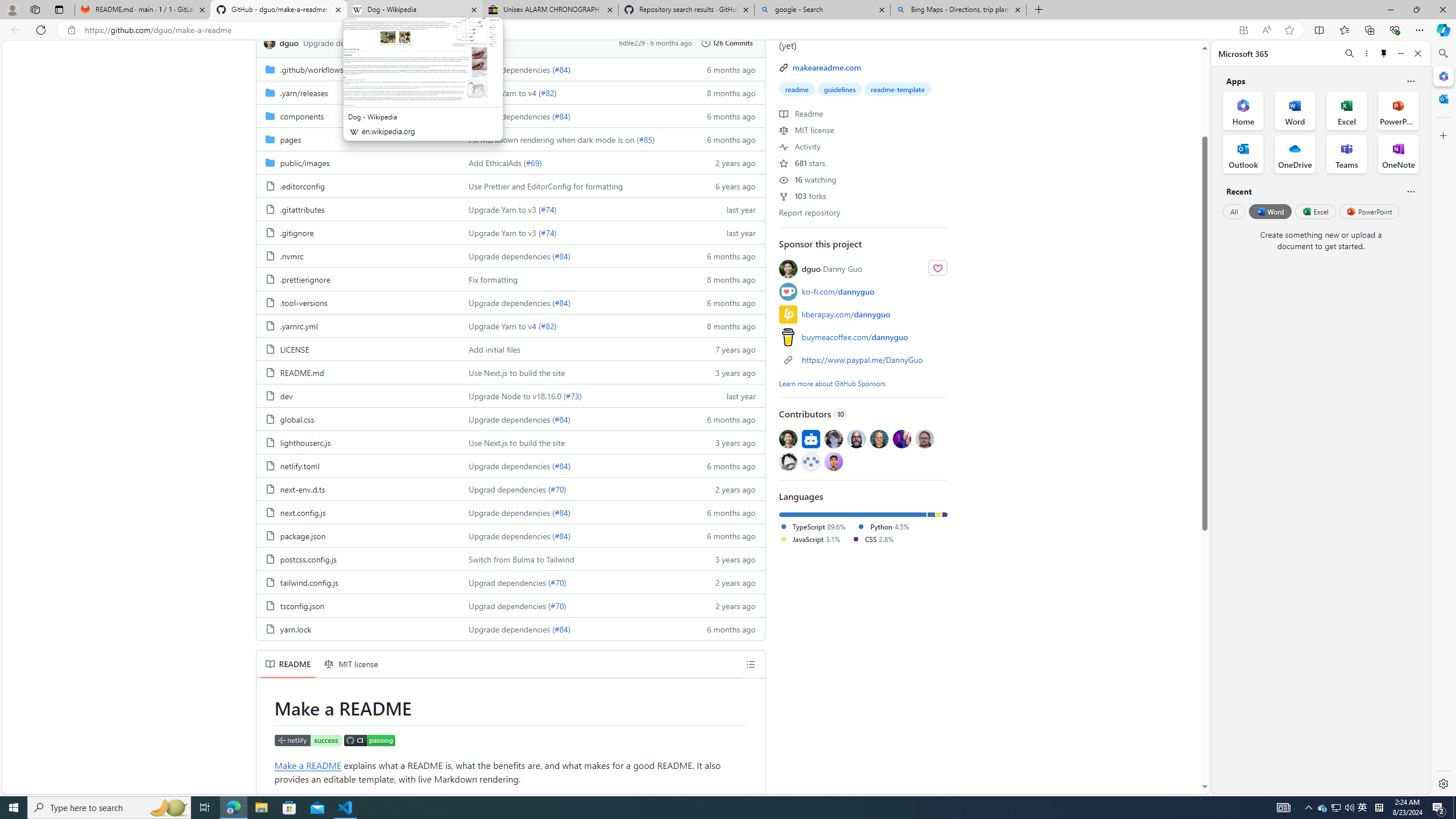  Describe the element at coordinates (297, 325) in the screenshot. I see `'.yarnrc.yml, (File)'` at that location.